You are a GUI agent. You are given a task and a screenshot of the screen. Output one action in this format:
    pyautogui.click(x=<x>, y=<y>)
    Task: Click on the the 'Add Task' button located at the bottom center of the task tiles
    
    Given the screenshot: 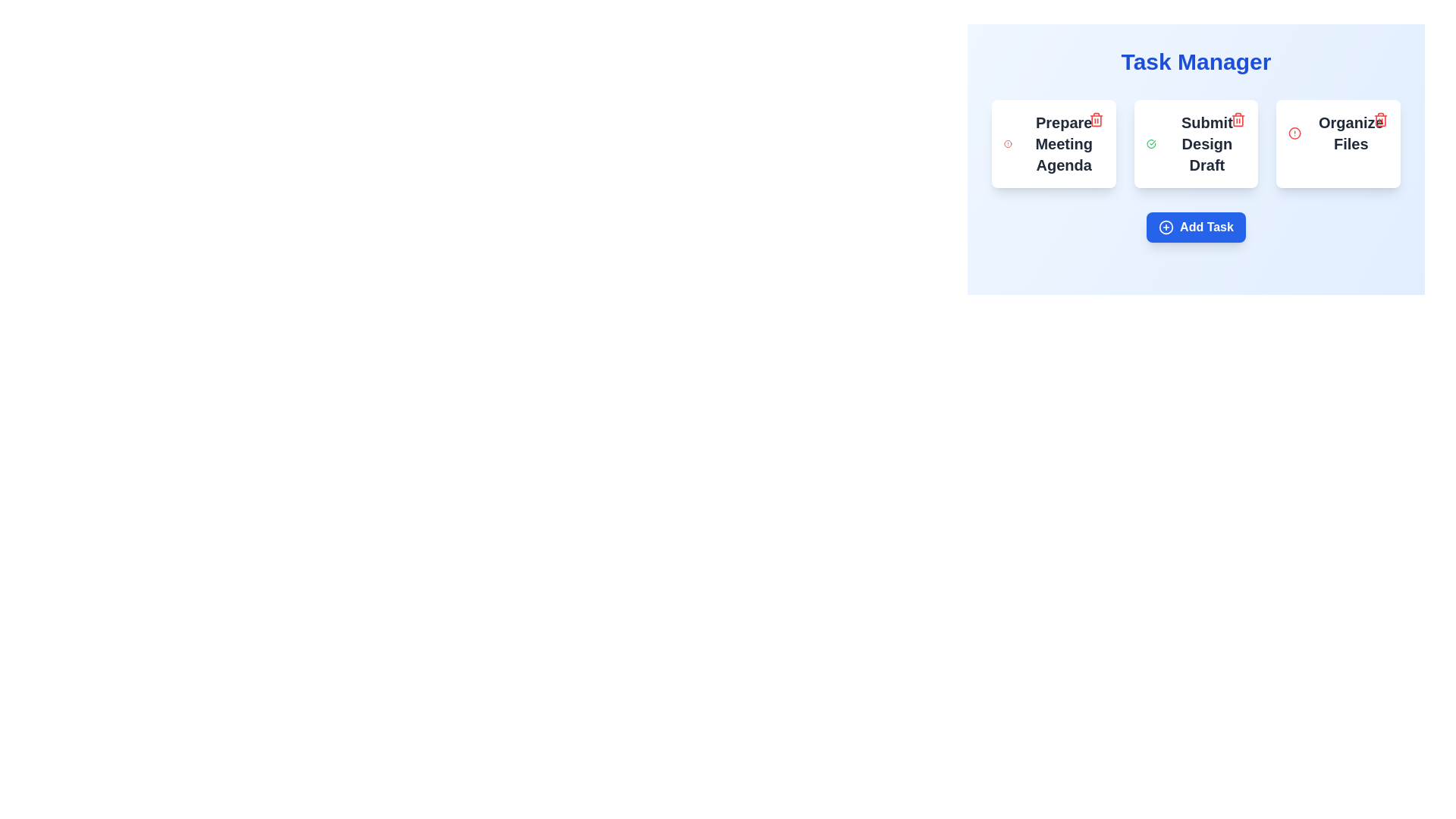 What is the action you would take?
    pyautogui.click(x=1195, y=227)
    